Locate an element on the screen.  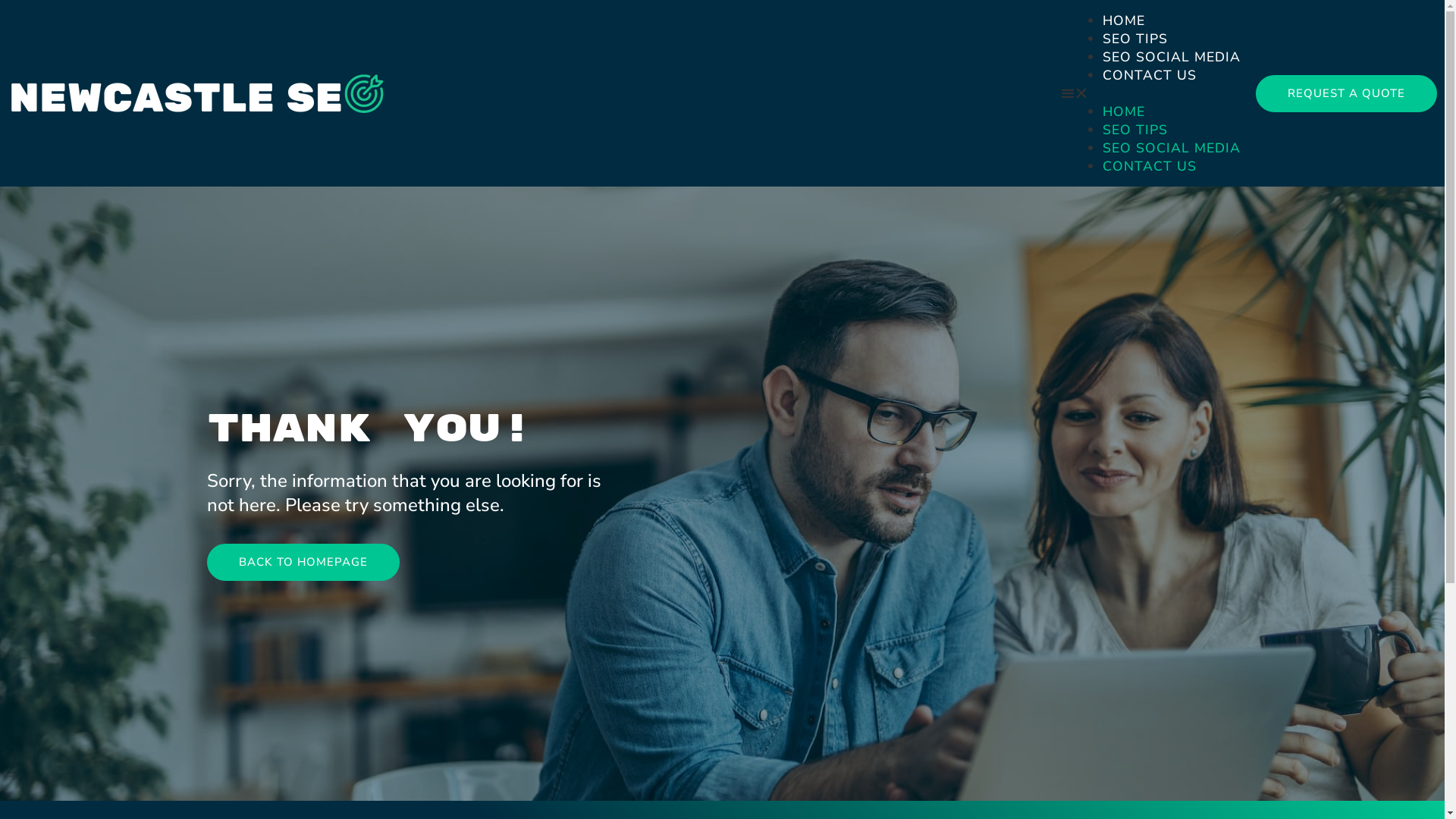
'CONTACT US' is located at coordinates (1150, 166).